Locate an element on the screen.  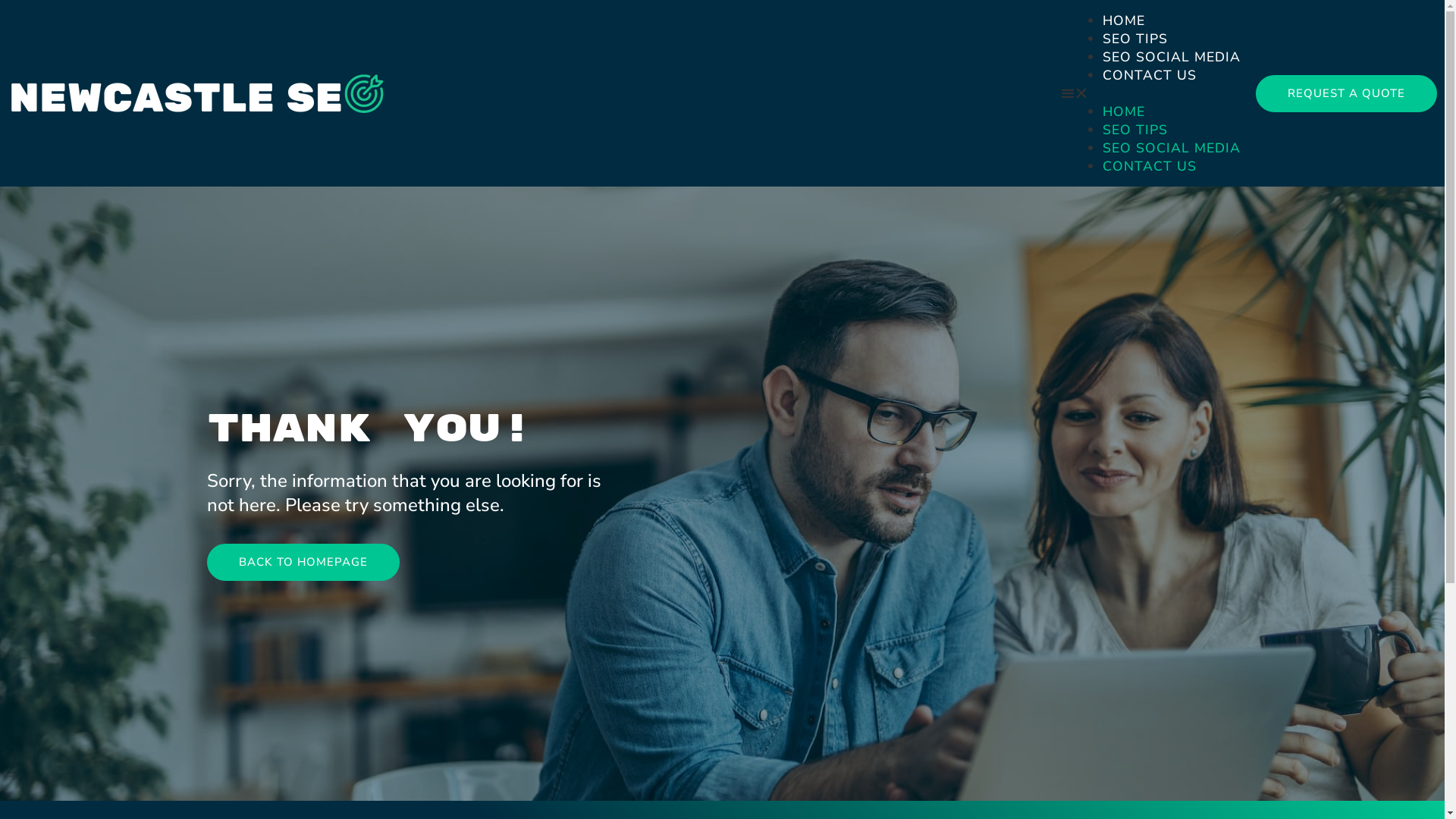
'CONTACT US' is located at coordinates (1150, 166).